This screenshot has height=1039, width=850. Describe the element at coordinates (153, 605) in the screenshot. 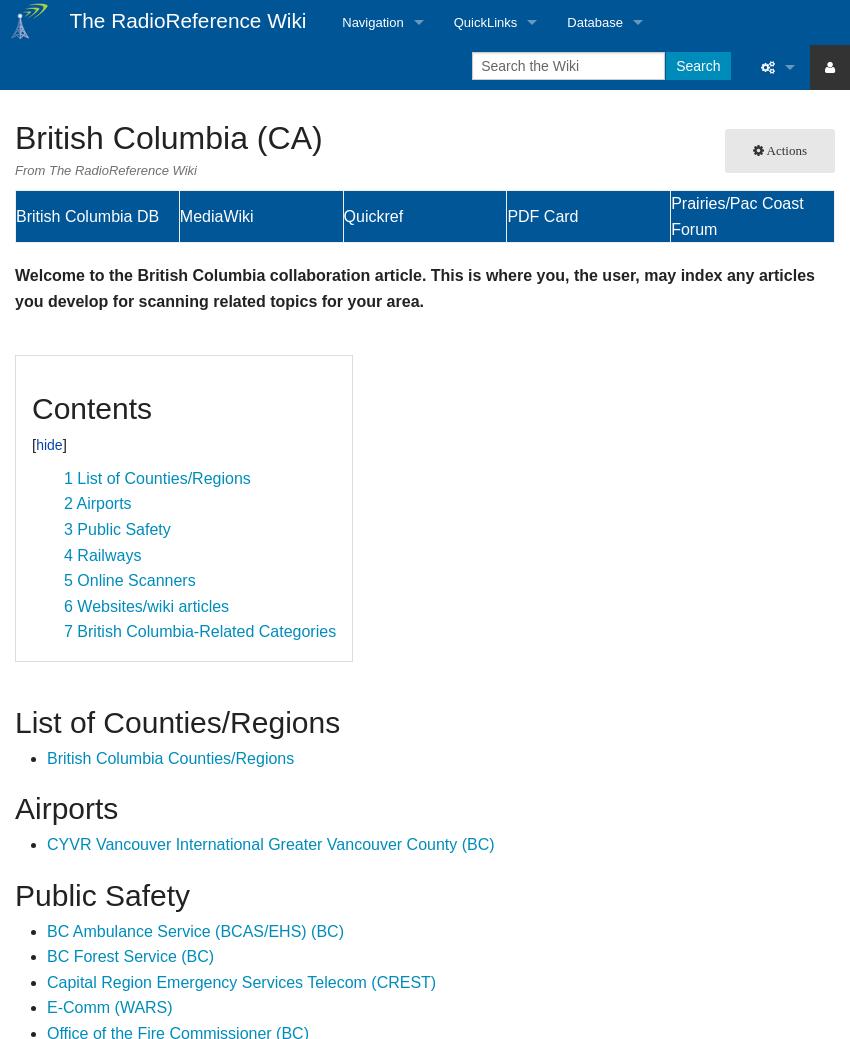

I see `'Websites/wiki articles'` at that location.